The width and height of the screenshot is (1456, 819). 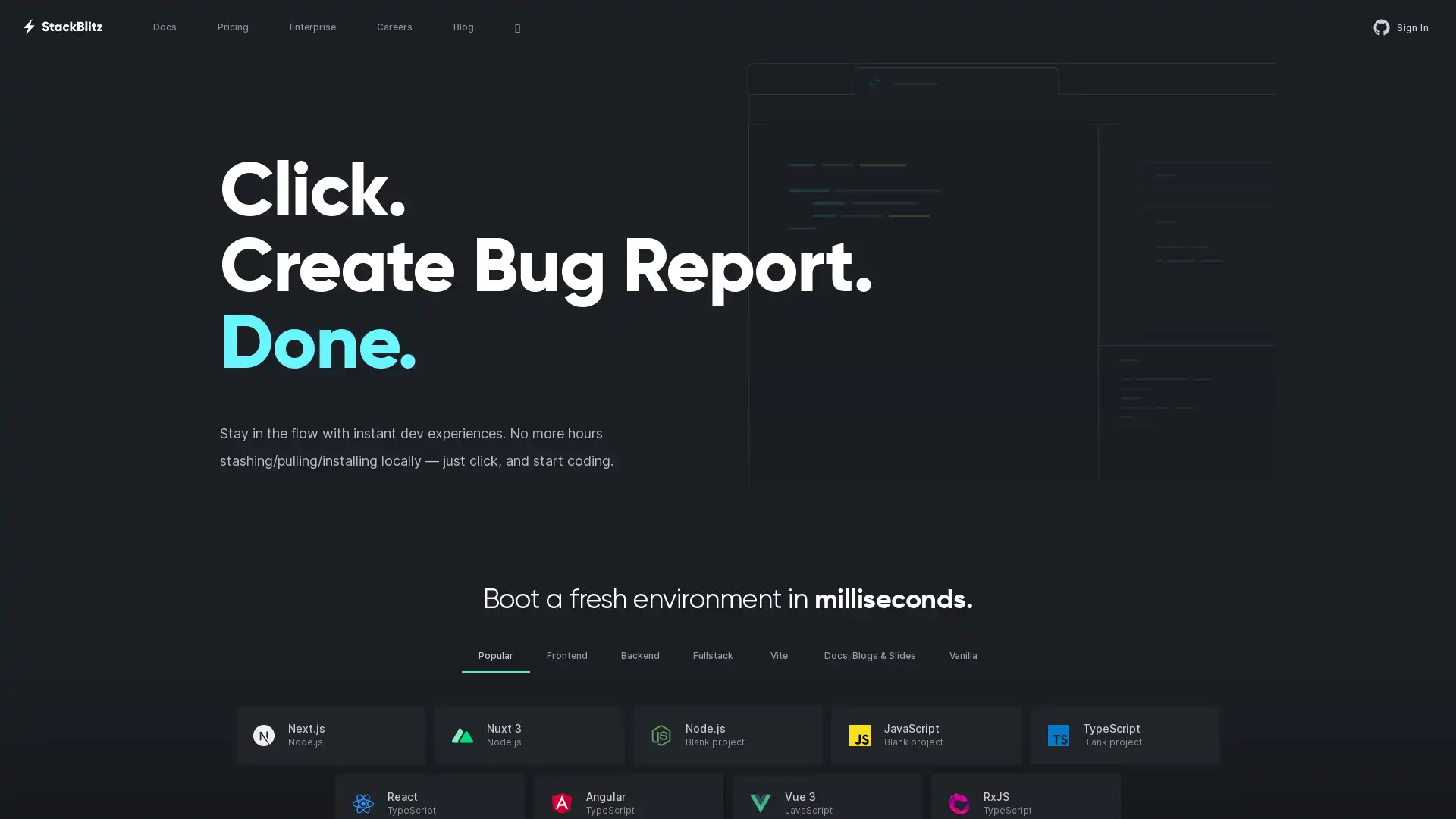 What do you see at coordinates (1401, 27) in the screenshot?
I see `Sign In` at bounding box center [1401, 27].